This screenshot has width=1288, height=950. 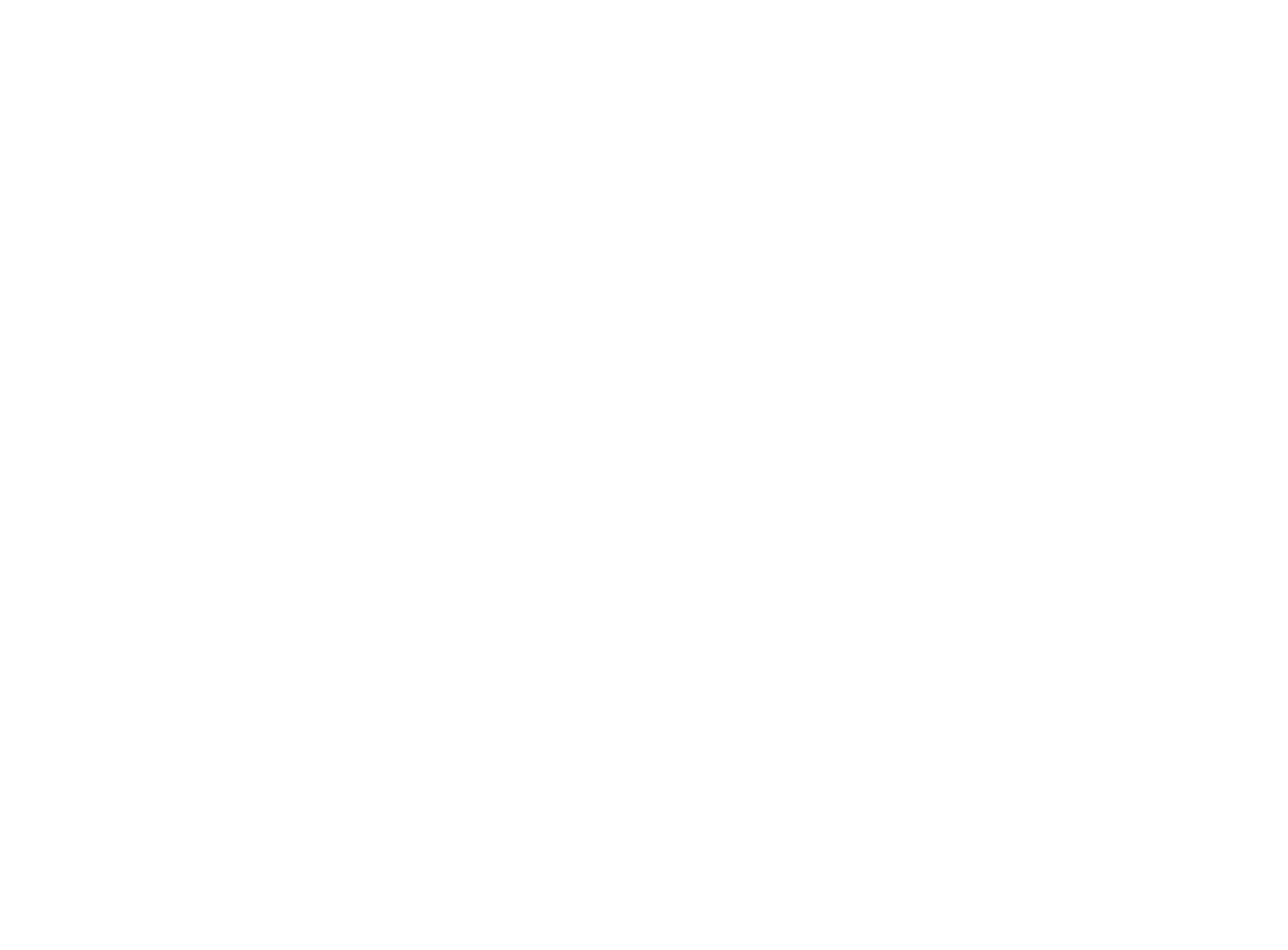 I want to click on '614 Chapel Drive, Box 90563, Durham, NC 27708-0563(919) 684-2823', so click(x=515, y=920).